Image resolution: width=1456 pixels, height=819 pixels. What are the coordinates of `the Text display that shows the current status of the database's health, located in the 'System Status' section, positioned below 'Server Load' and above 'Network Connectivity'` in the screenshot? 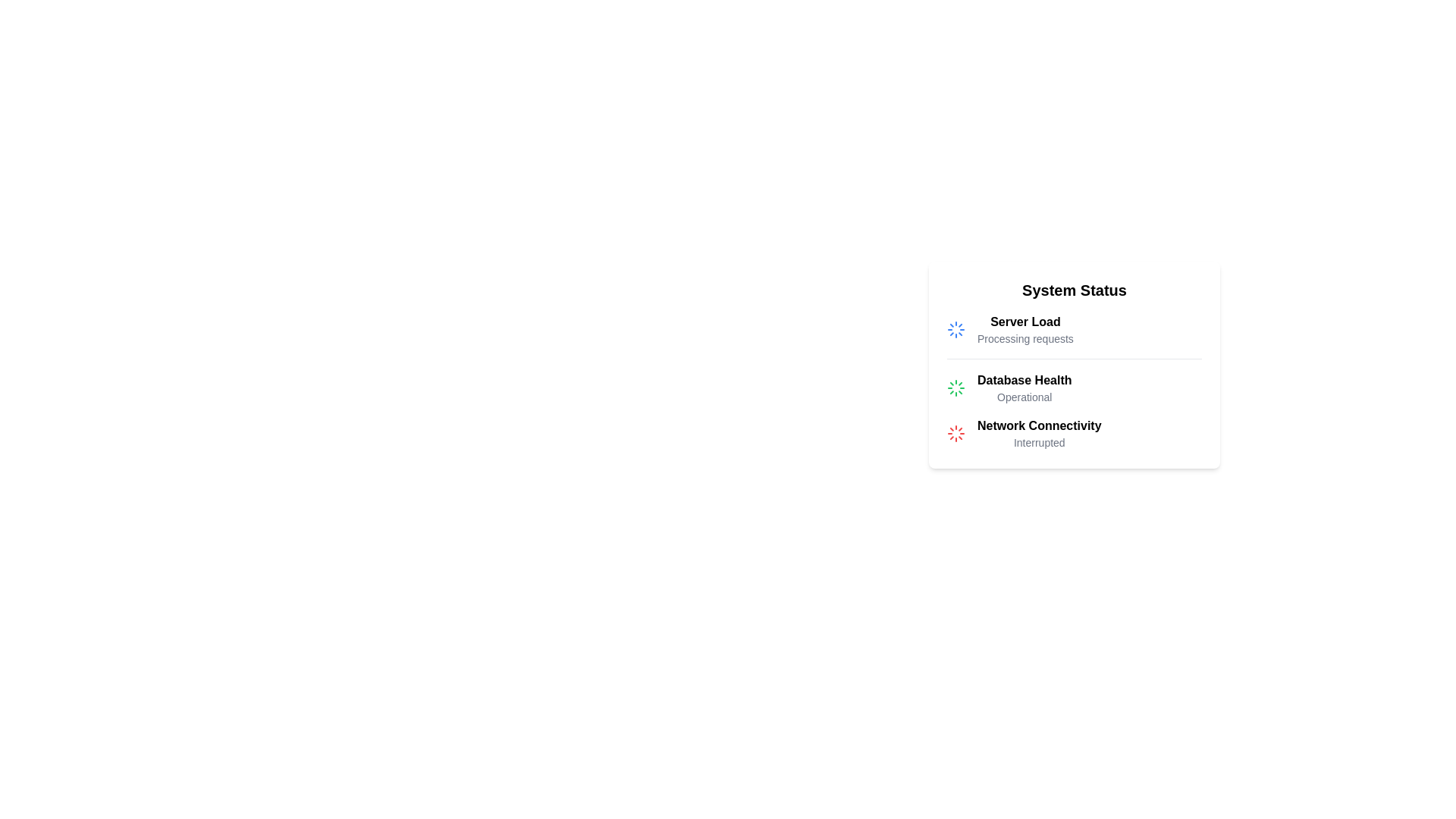 It's located at (1025, 388).